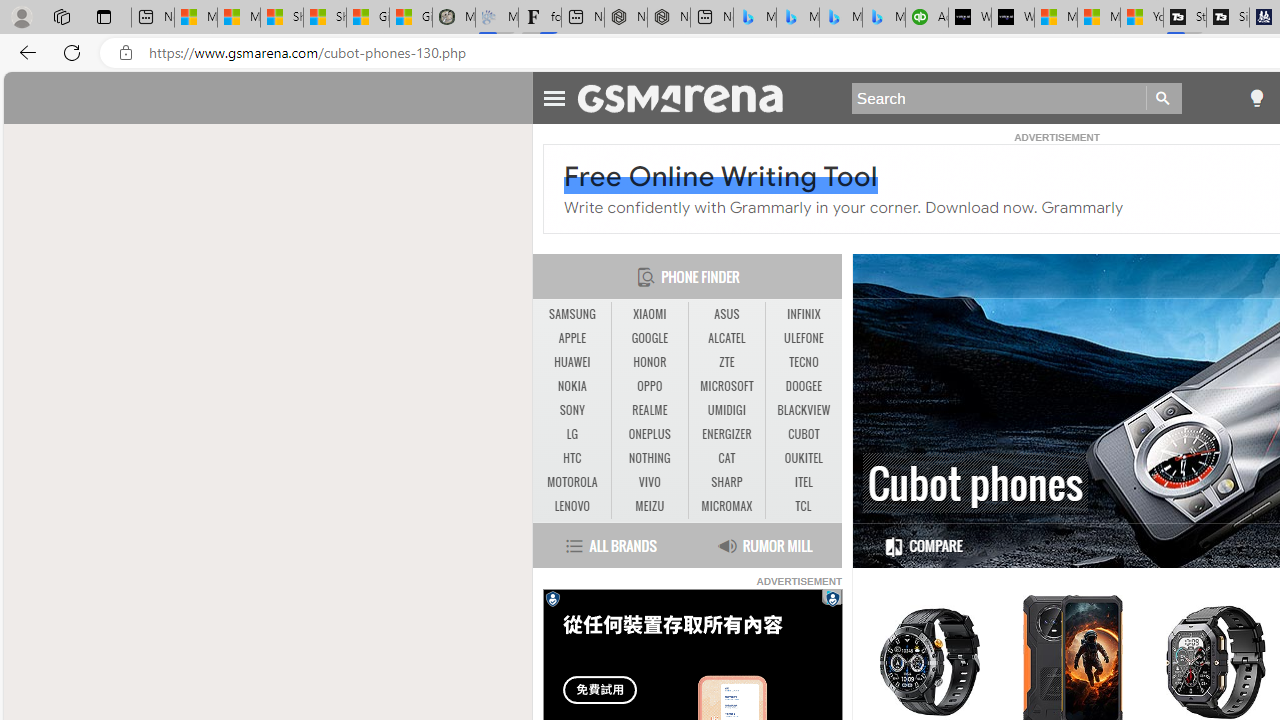 The image size is (1280, 720). I want to click on 'HTC', so click(571, 458).